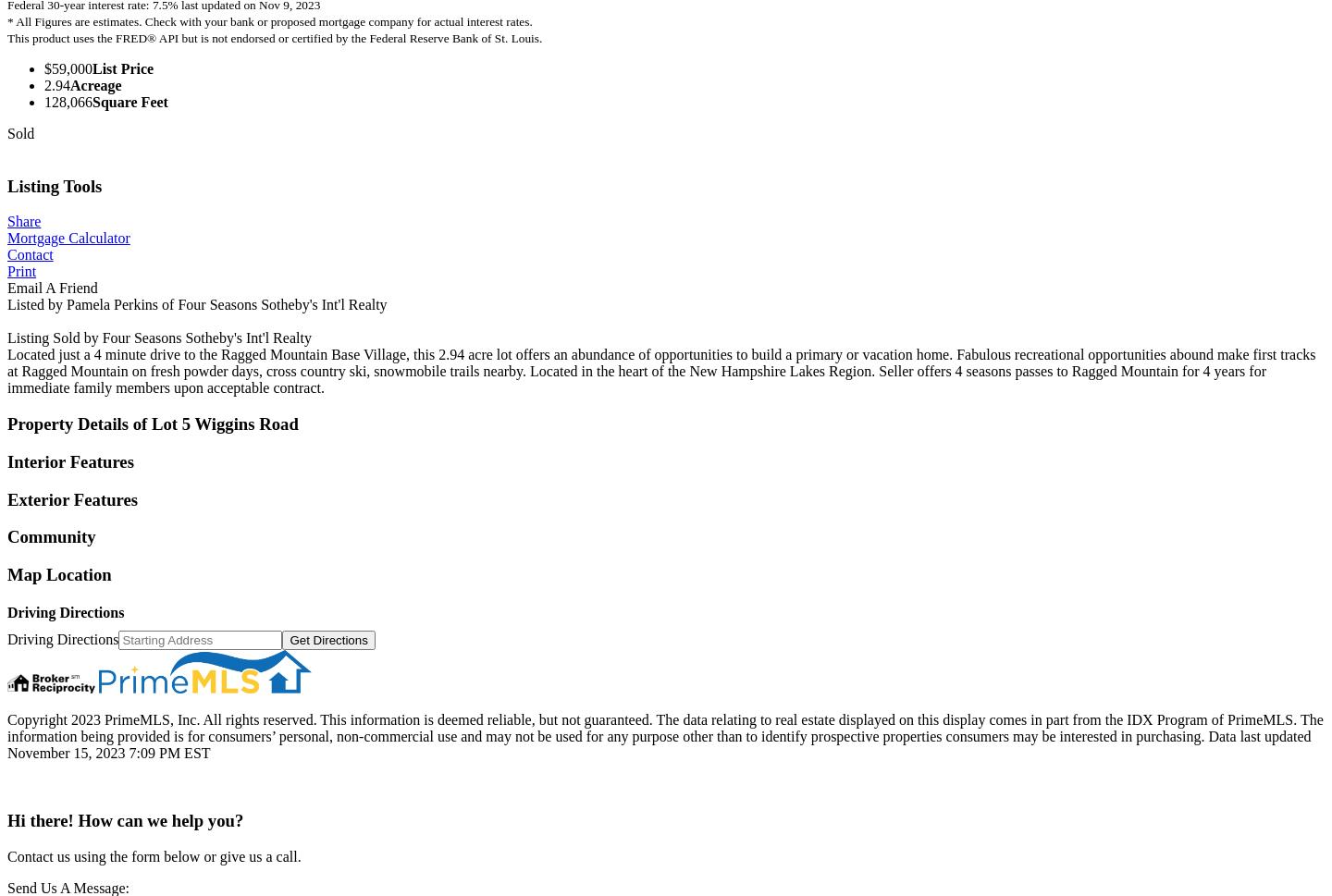  What do you see at coordinates (157, 338) in the screenshot?
I see `'Listing Sold by Four Seasons Sotheby's Int'l Realty'` at bounding box center [157, 338].